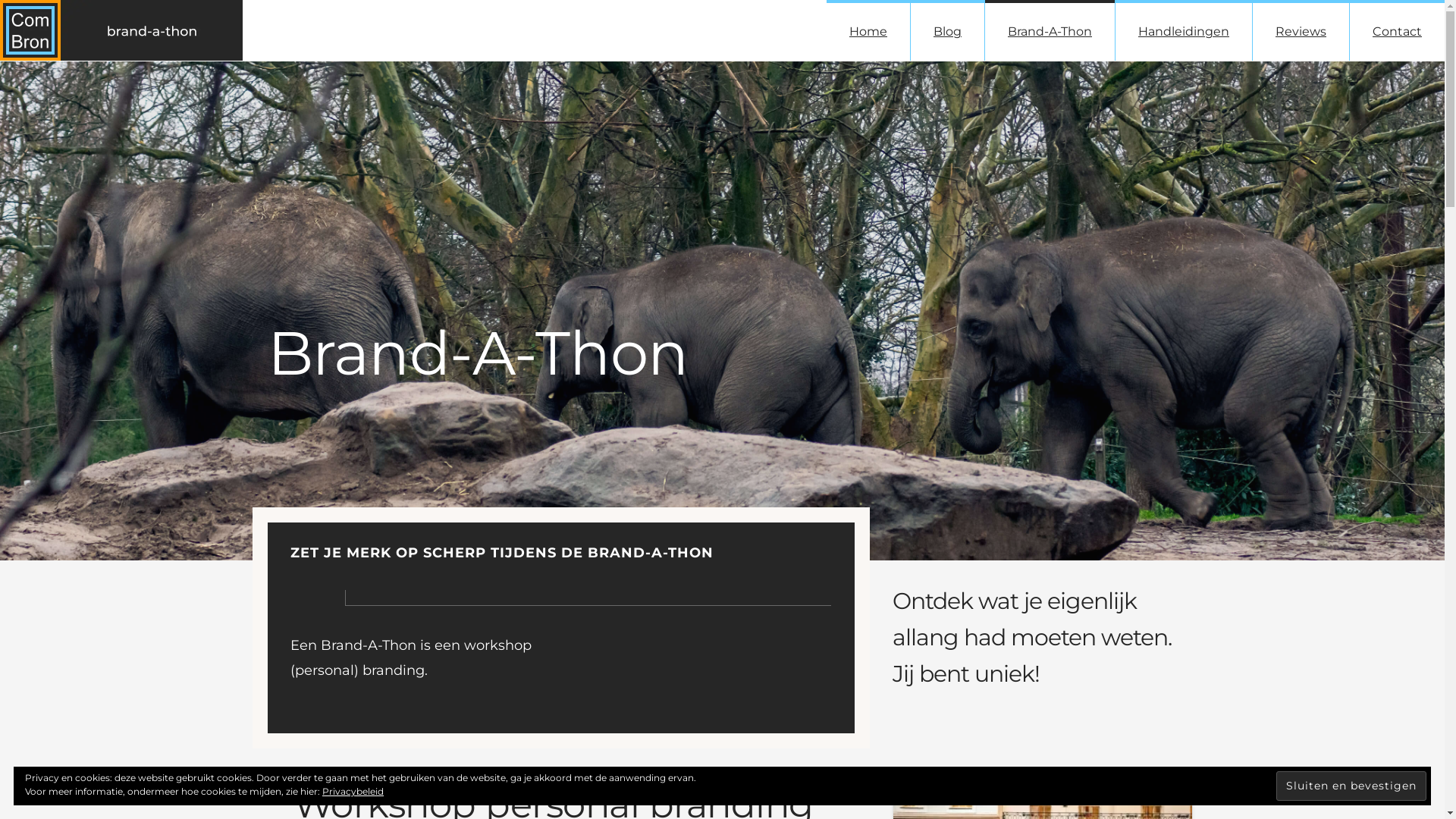 Image resolution: width=1456 pixels, height=819 pixels. I want to click on 'HOW-TO DAVINCI RESOLVE', so click(503, 674).